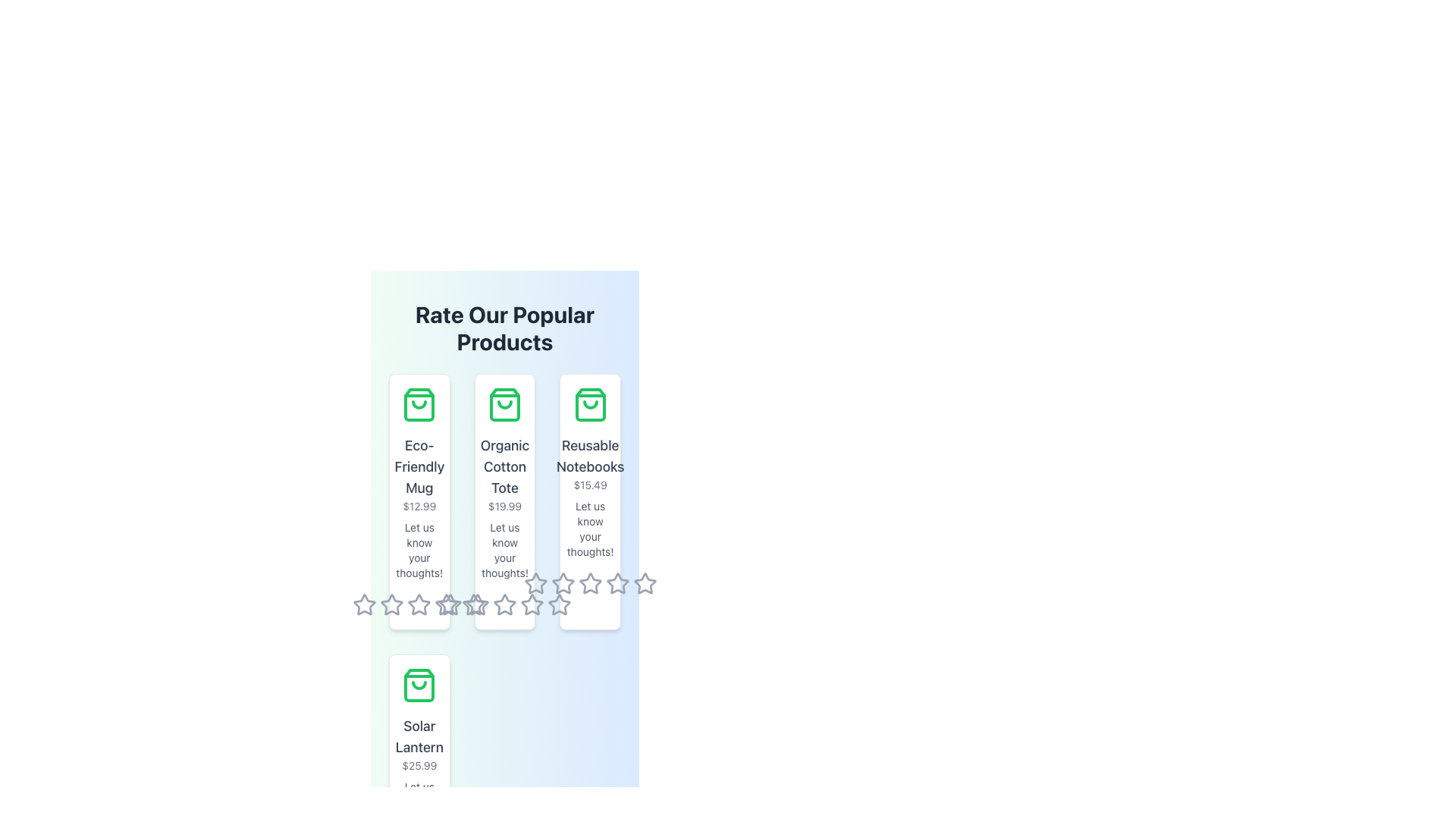 Image resolution: width=1456 pixels, height=819 pixels. Describe the element at coordinates (476, 604) in the screenshot. I see `the third star in the rating bar for the 'Reusable Notebooks' product to indicate a level of satisfaction` at that location.